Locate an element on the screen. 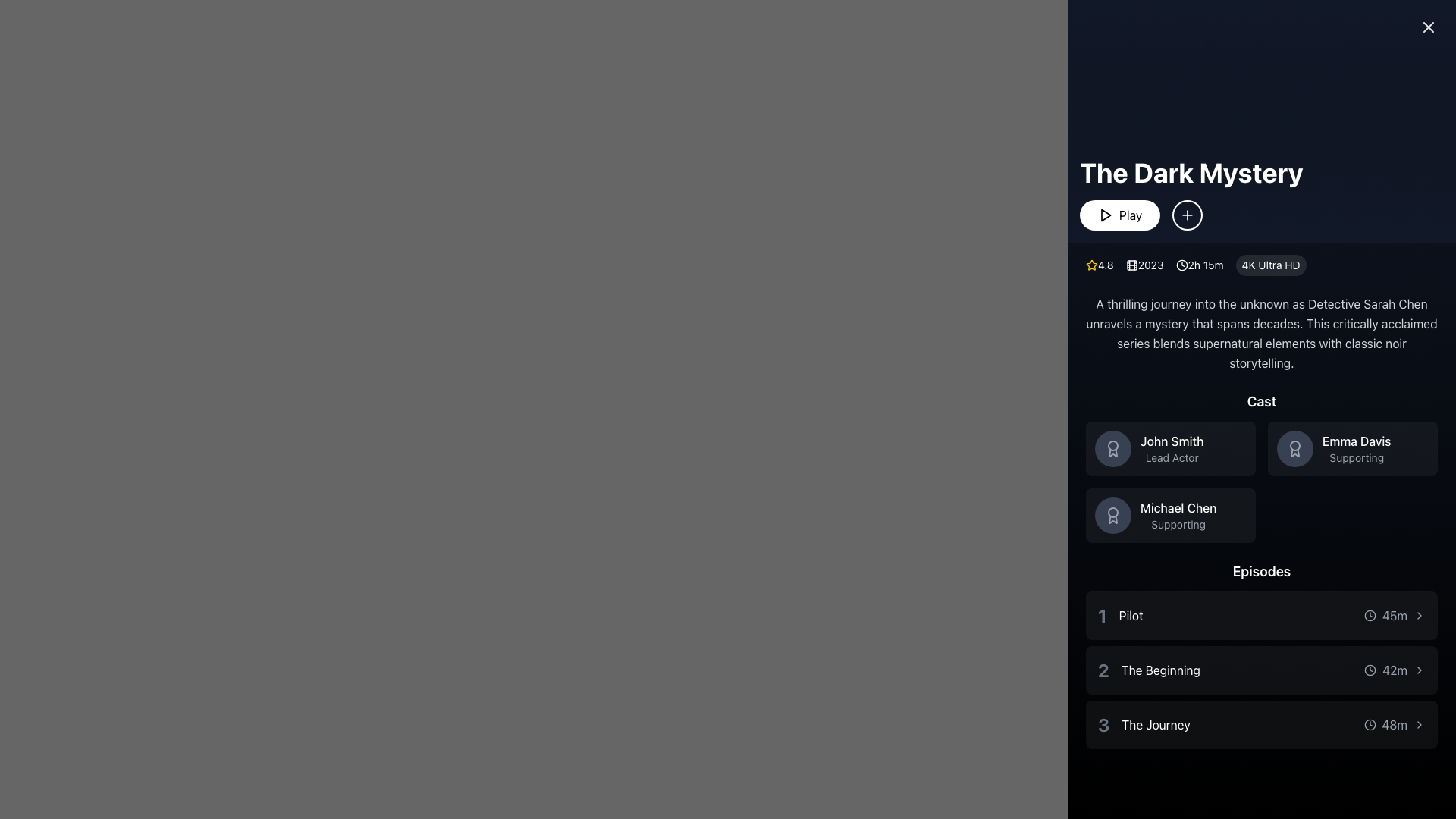 This screenshot has width=1456, height=819. the small circular button with a '+' icon is located at coordinates (1187, 215).